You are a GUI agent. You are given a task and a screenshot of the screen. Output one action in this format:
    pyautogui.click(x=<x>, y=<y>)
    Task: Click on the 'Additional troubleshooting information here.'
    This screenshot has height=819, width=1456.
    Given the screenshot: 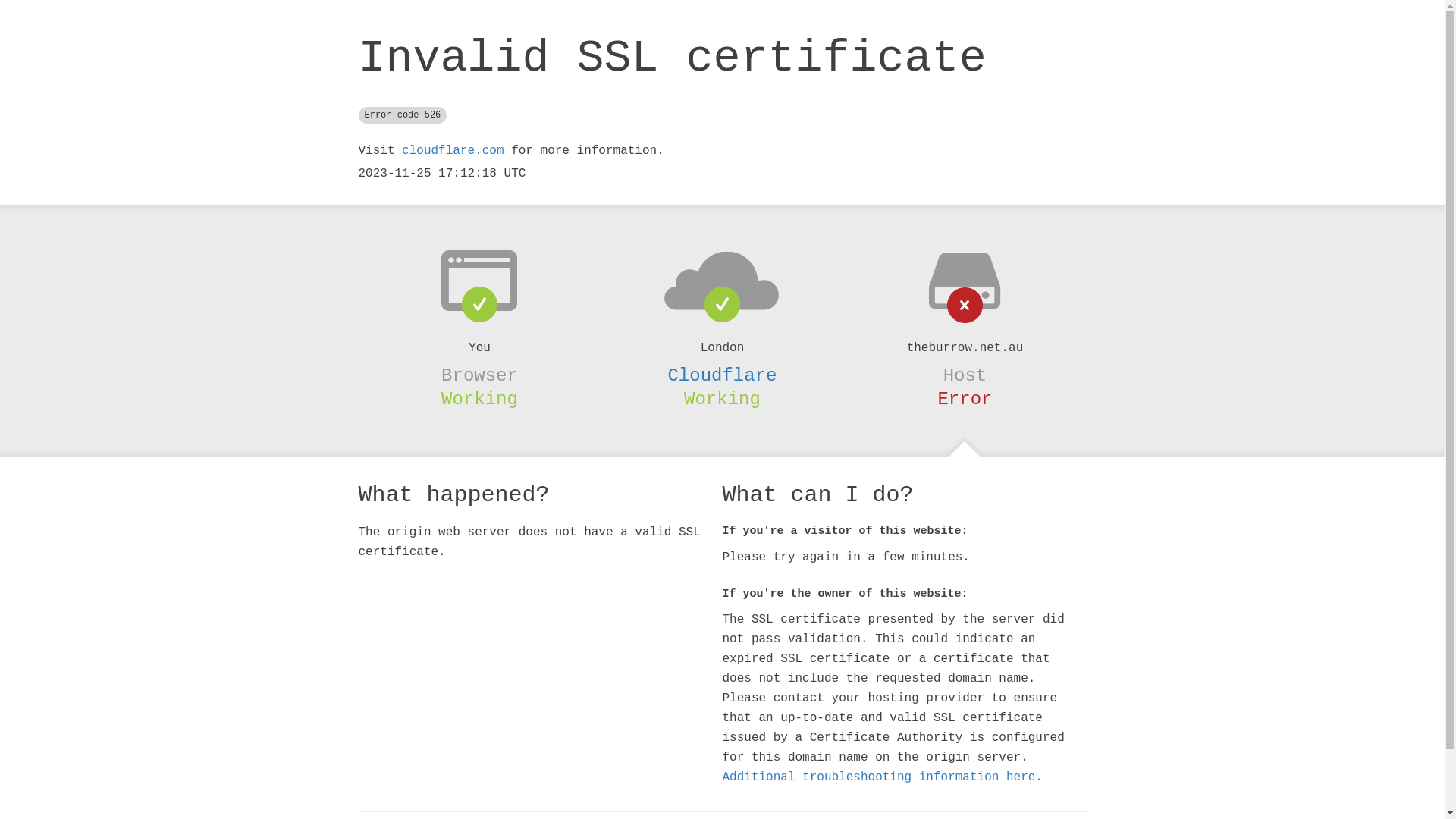 What is the action you would take?
    pyautogui.click(x=881, y=777)
    